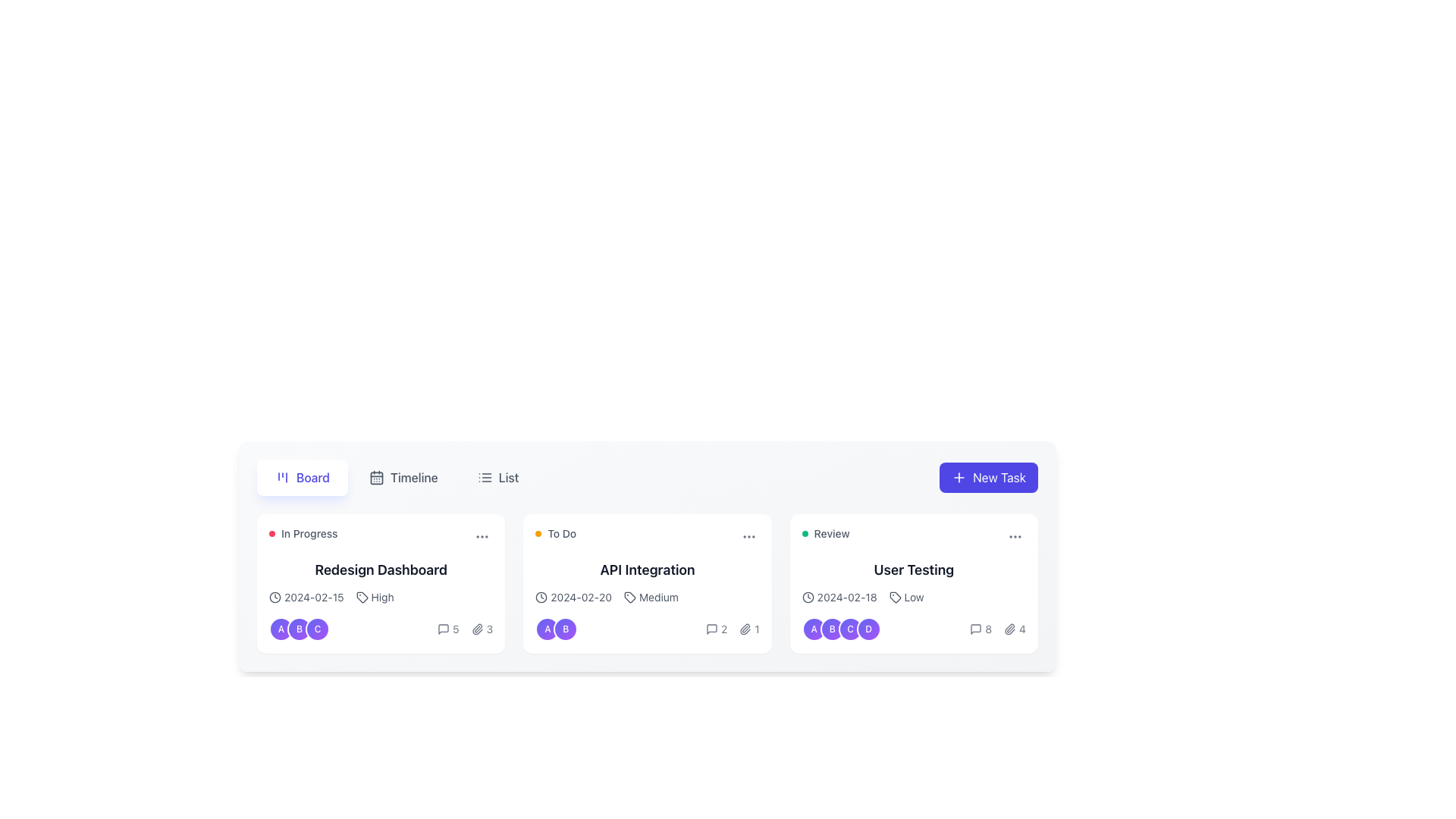 The height and width of the screenshot is (819, 1456). I want to click on the list icon, which is styled with three horizontal lines and located next to the text label 'List' in the tab menu, so click(484, 476).